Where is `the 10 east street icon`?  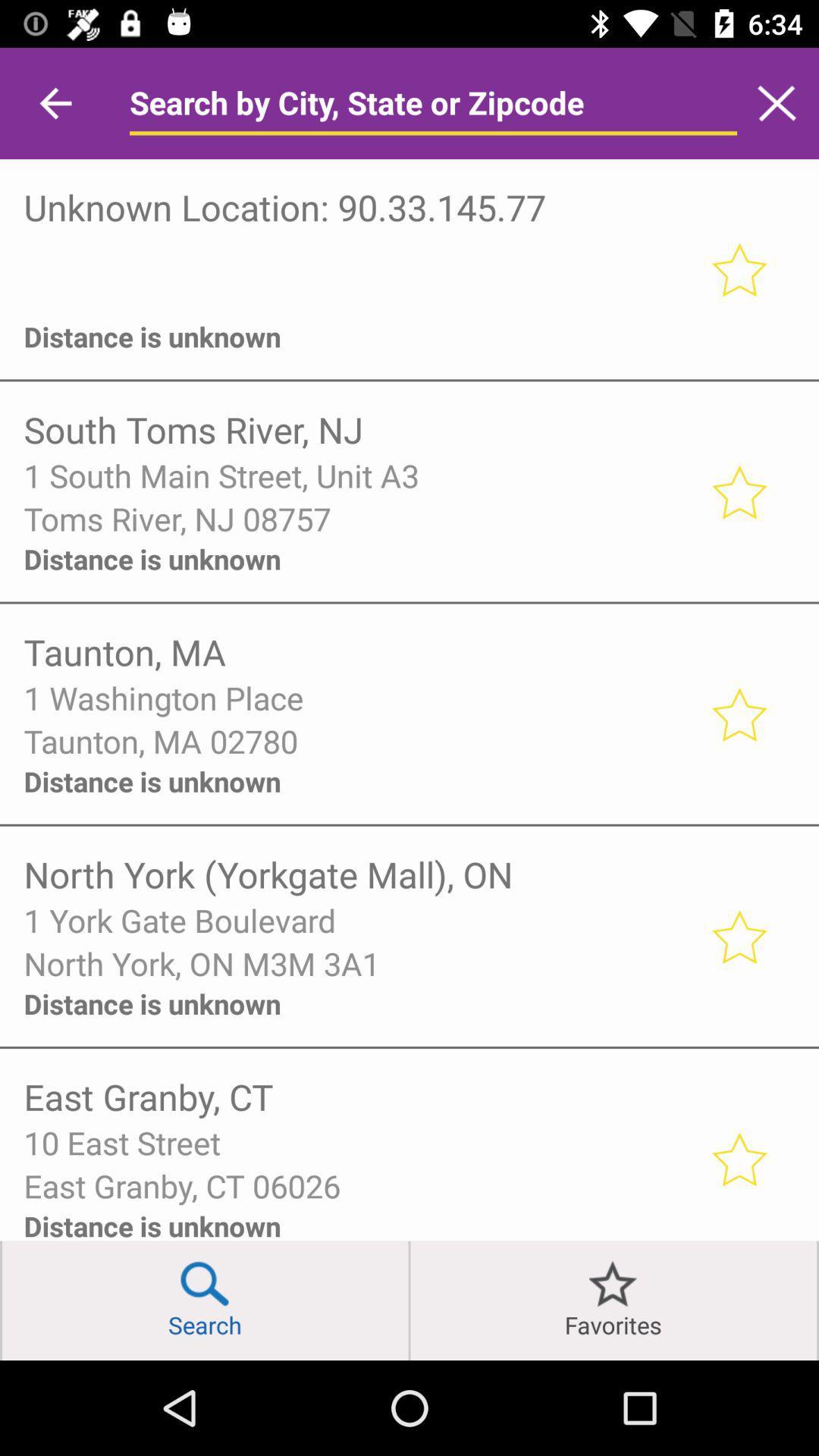 the 10 east street icon is located at coordinates (356, 1142).